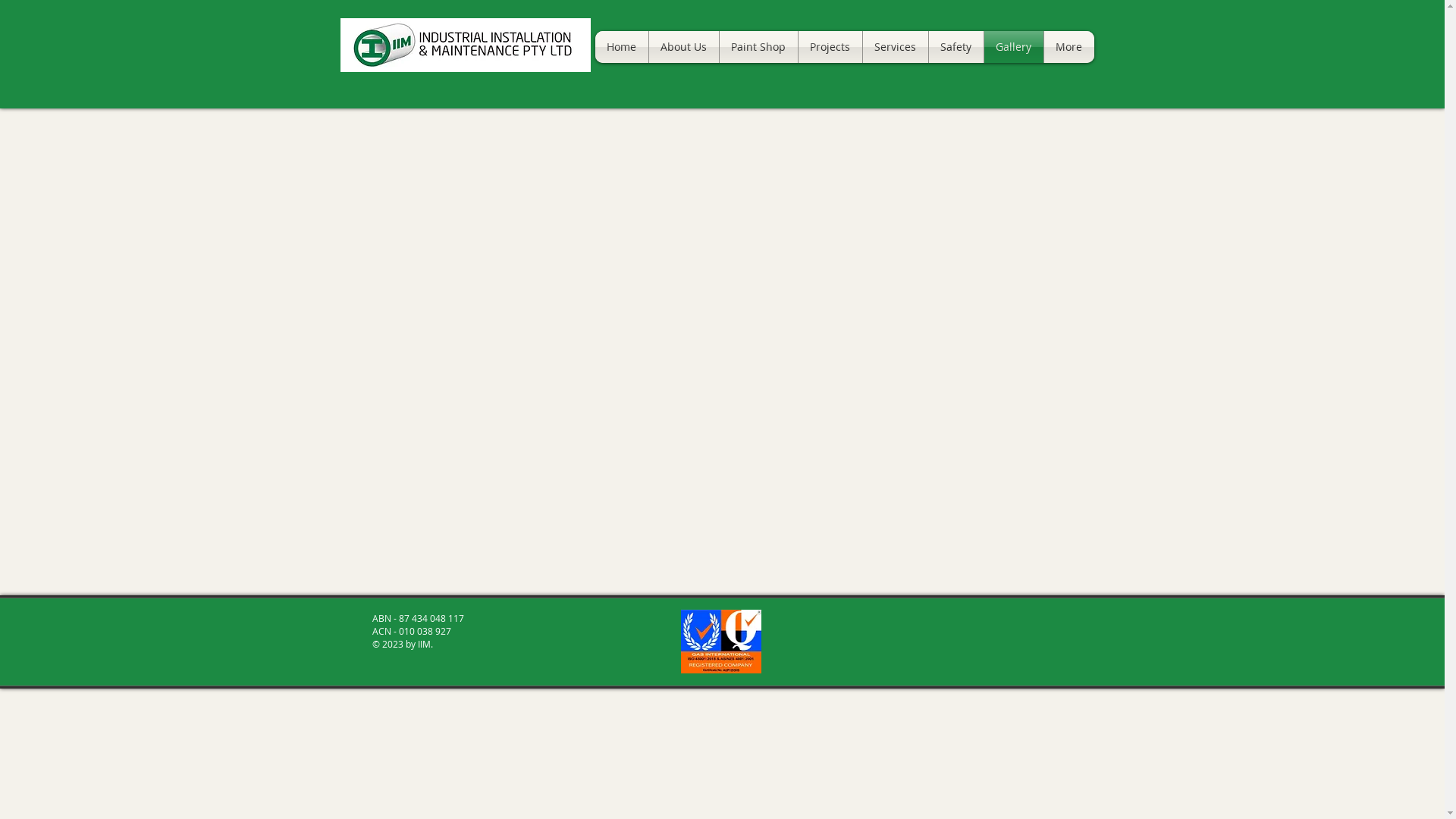  I want to click on 'Services', so click(862, 45).